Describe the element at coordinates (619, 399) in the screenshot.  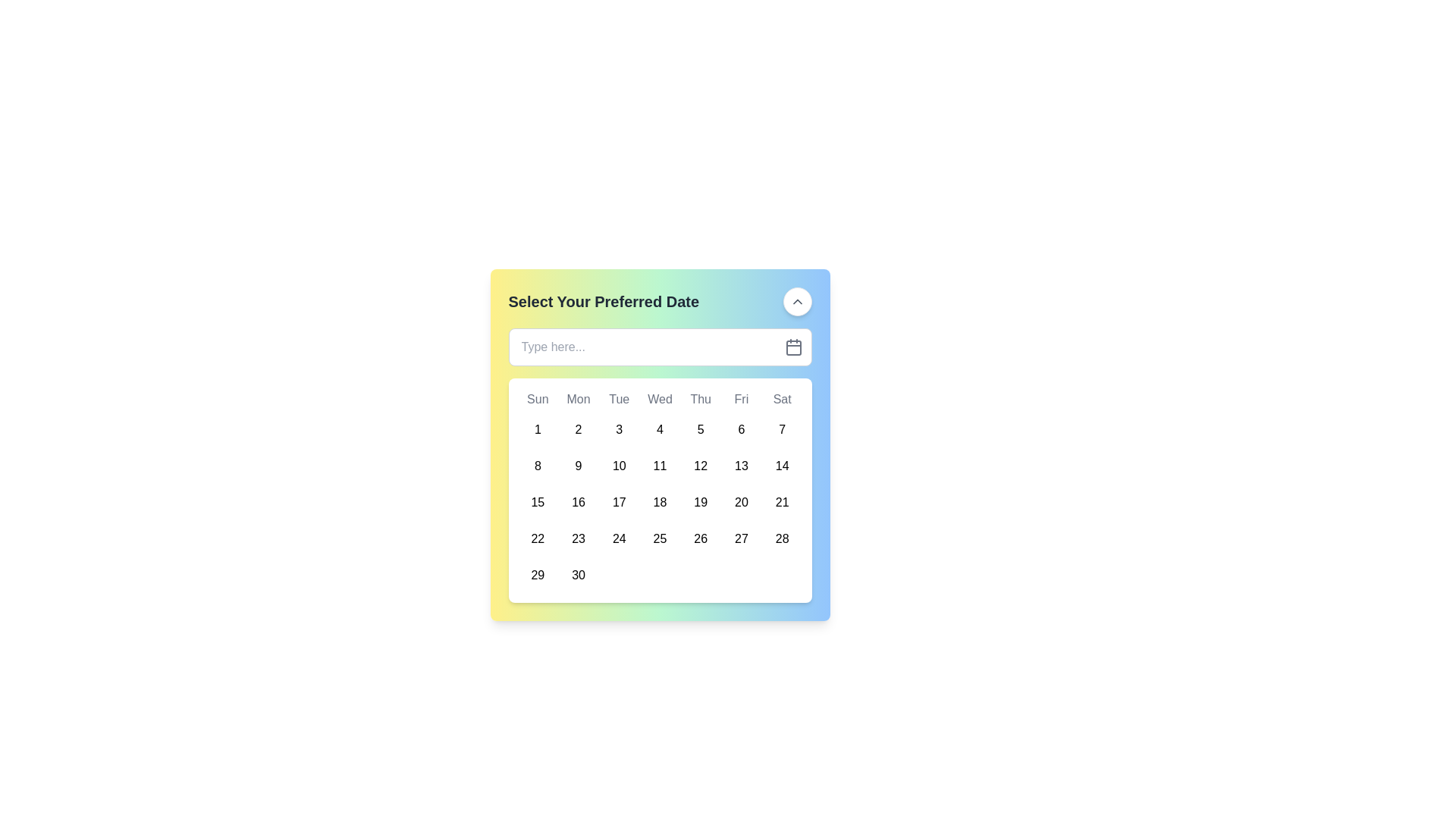
I see `the text label displaying 'Tue', which is styled in gray color and positioned in the third column of the grid layout for days` at that location.